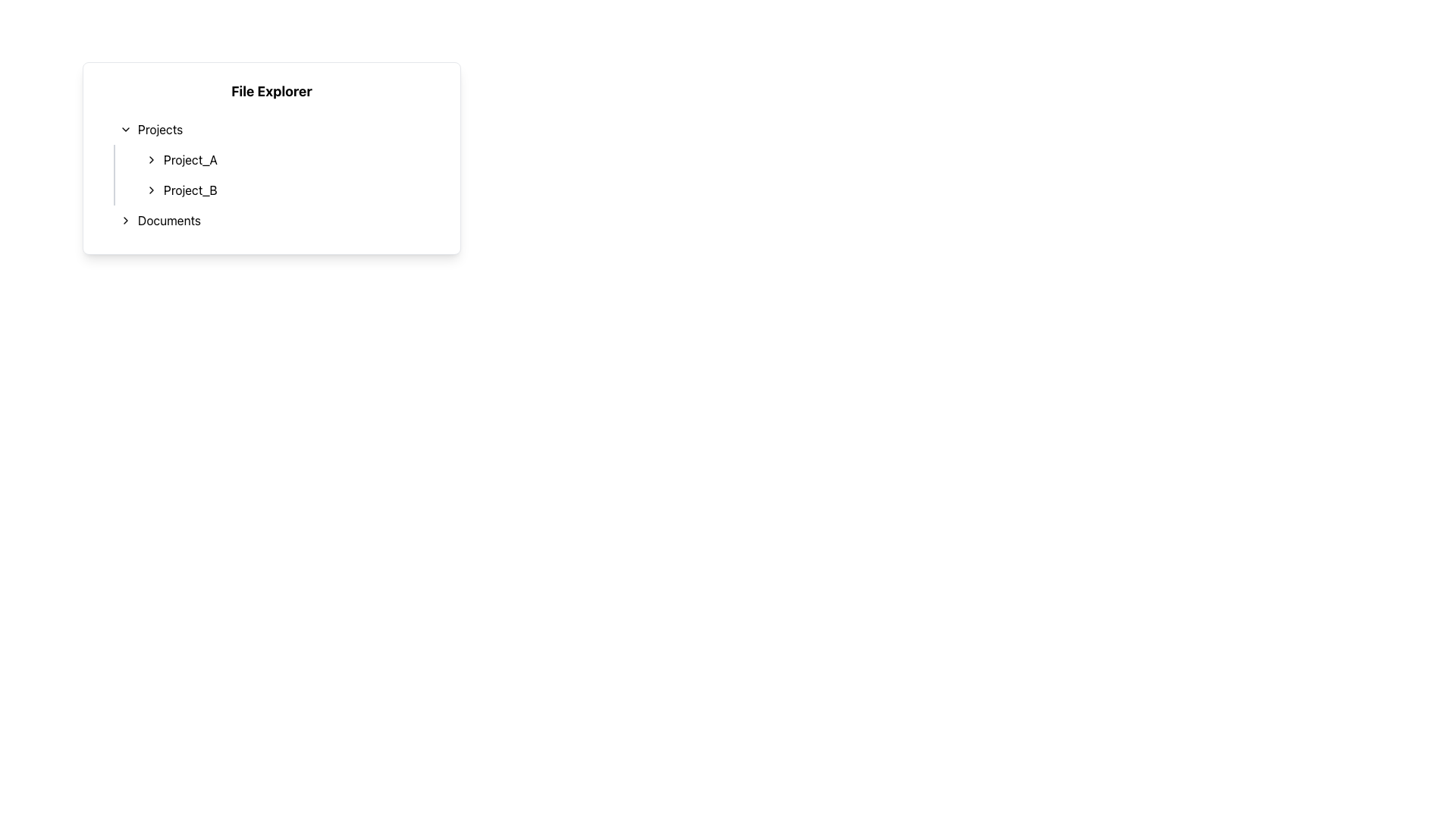  I want to click on the interactive toggle icon, so click(152, 160).